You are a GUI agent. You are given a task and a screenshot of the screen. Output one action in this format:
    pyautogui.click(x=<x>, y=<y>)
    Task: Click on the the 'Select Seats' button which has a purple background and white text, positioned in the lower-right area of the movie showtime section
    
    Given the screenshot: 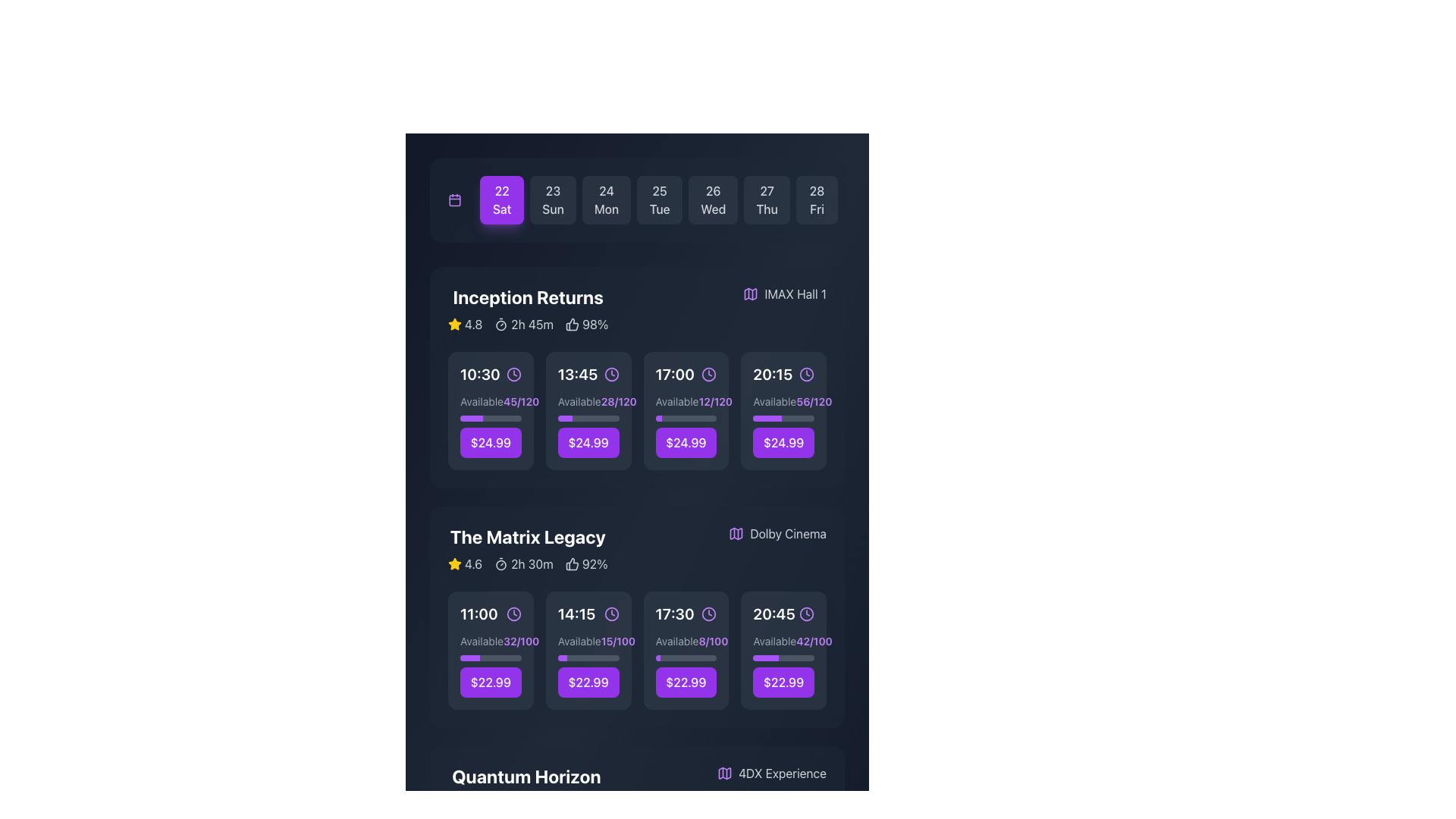 What is the action you would take?
    pyautogui.click(x=498, y=649)
    